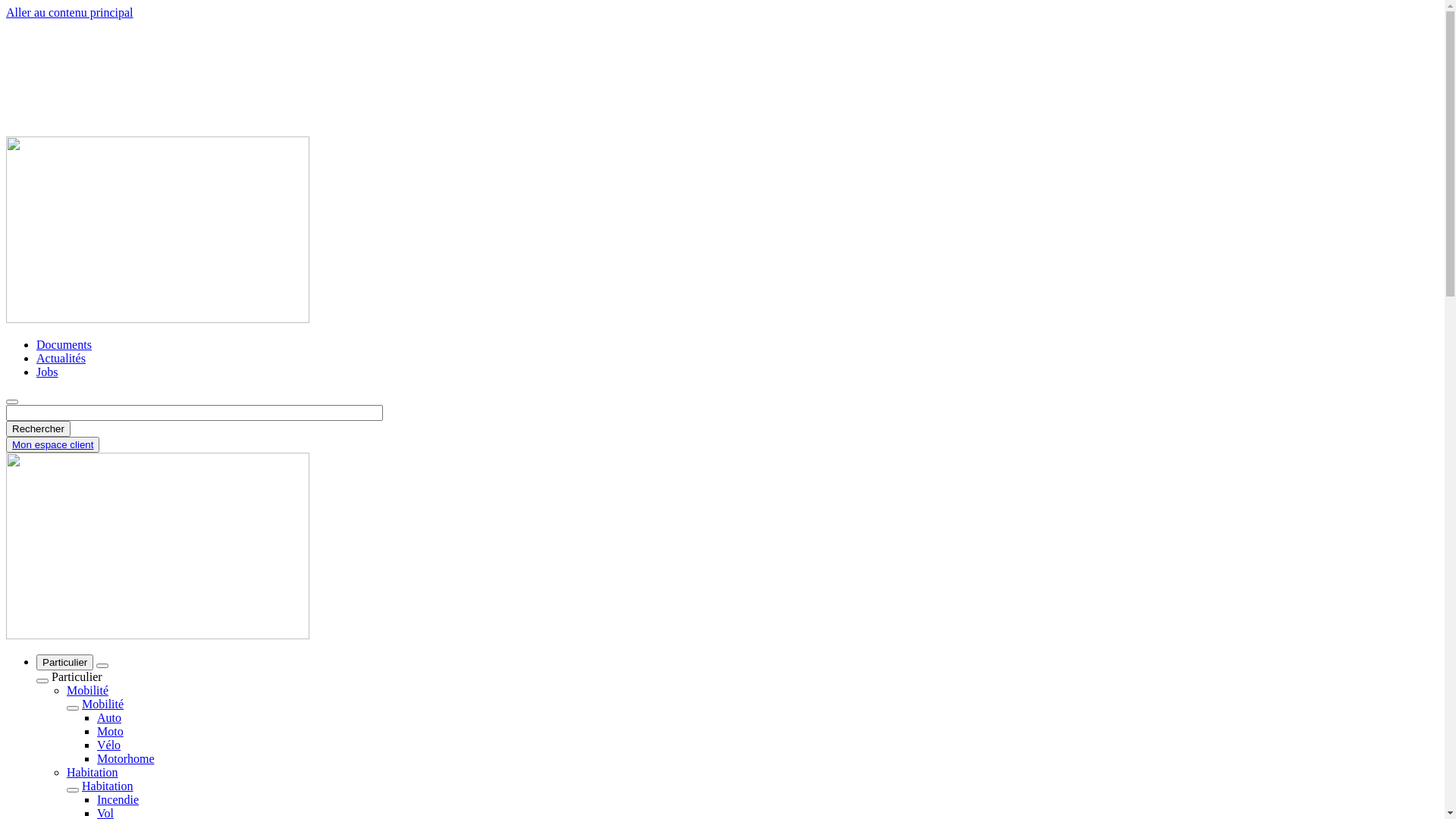  I want to click on 'Particulier', so click(64, 661).